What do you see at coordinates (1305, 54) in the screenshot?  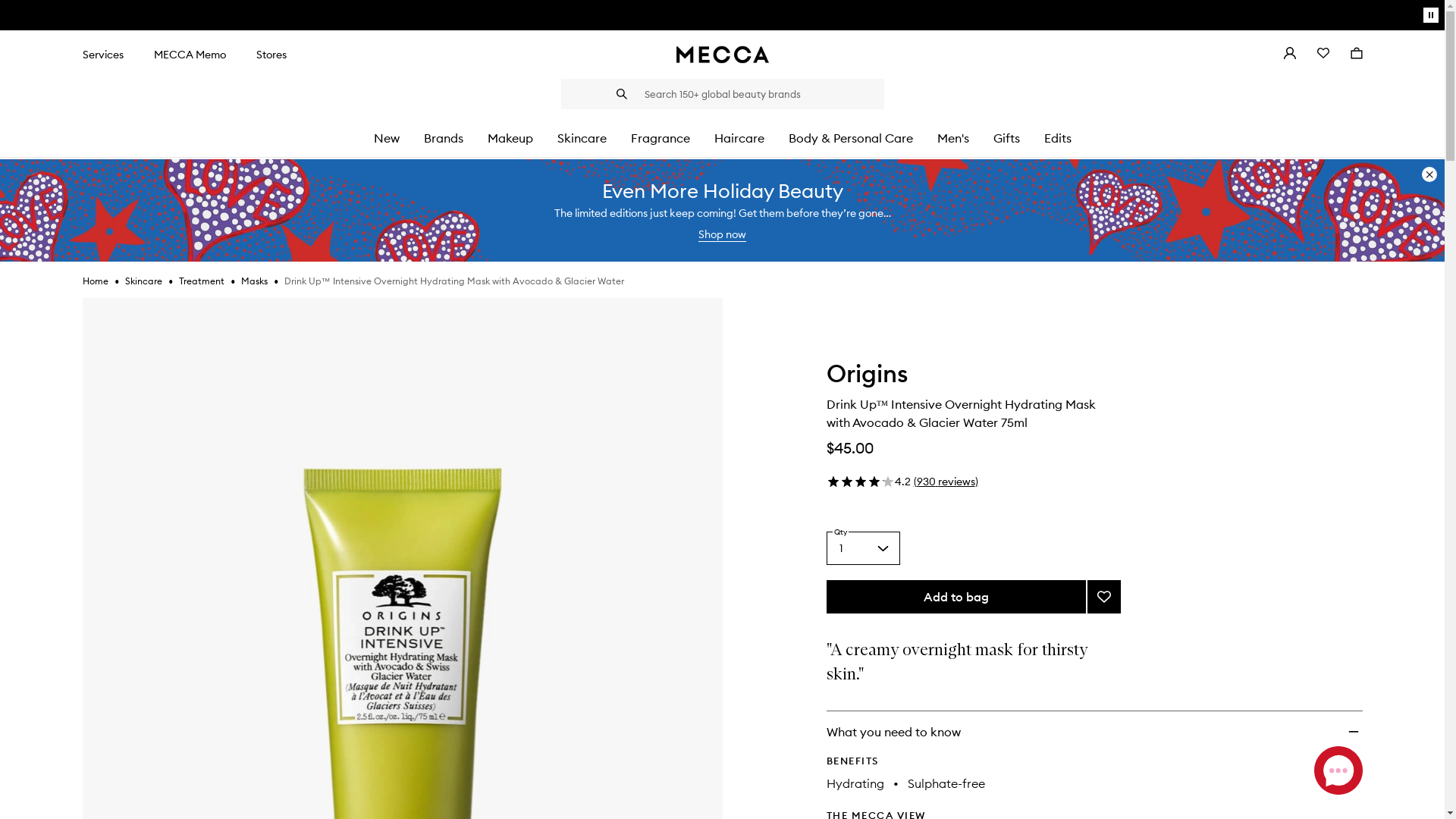 I see `'Wishlist'` at bounding box center [1305, 54].